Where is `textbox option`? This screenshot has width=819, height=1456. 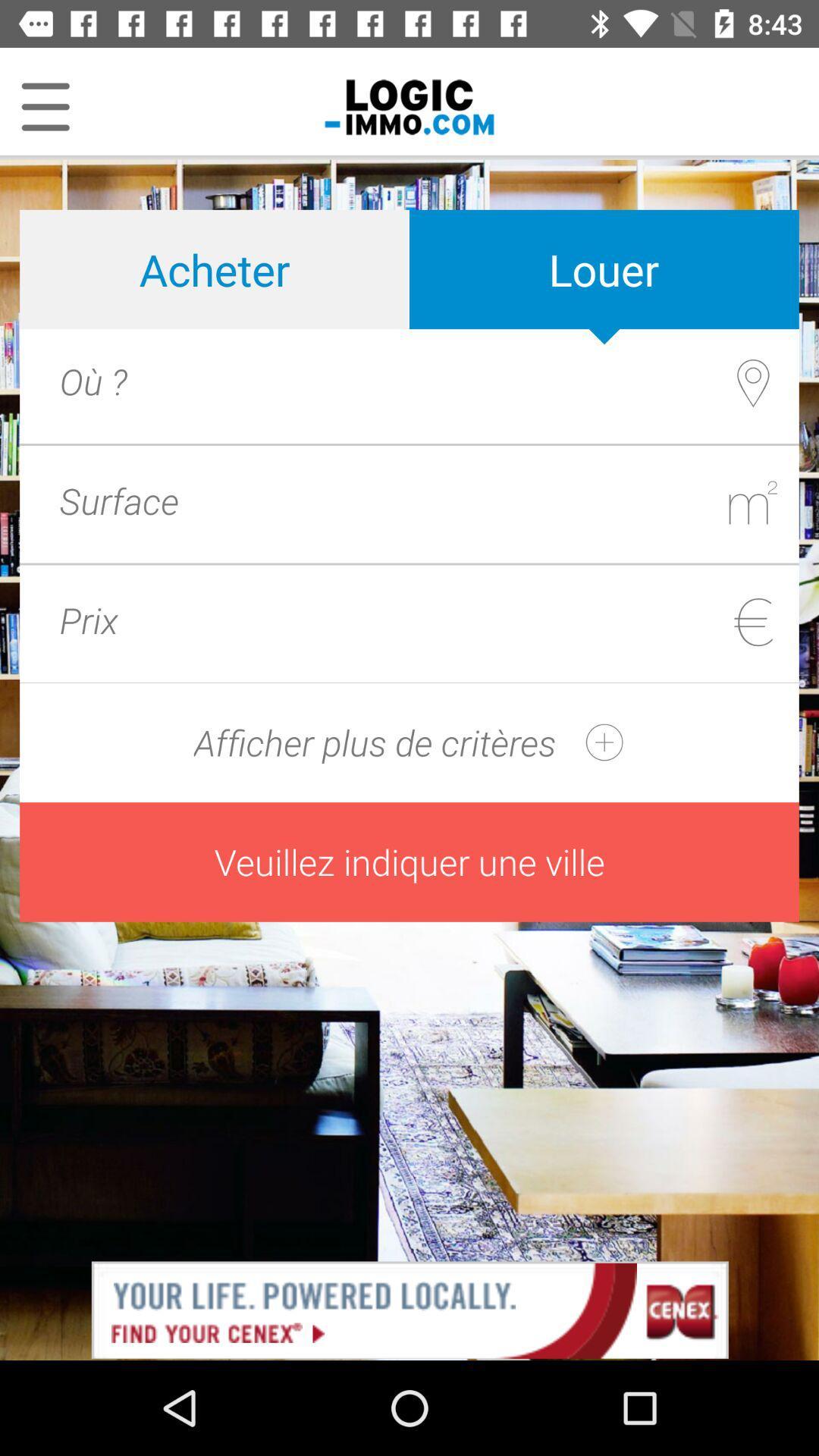 textbox option is located at coordinates (466, 500).